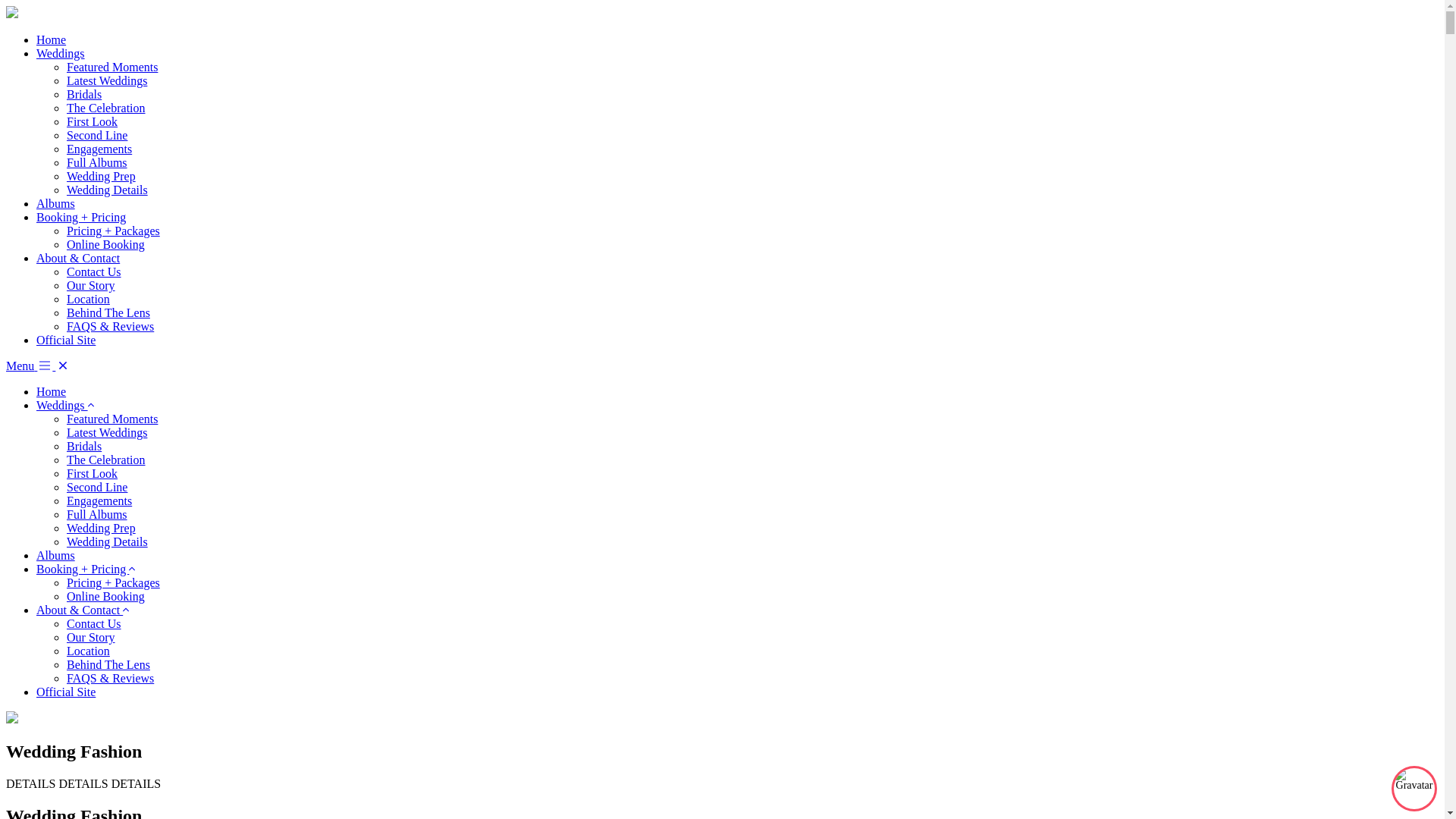 The image size is (1456, 819). What do you see at coordinates (61, 52) in the screenshot?
I see `'Weddings'` at bounding box center [61, 52].